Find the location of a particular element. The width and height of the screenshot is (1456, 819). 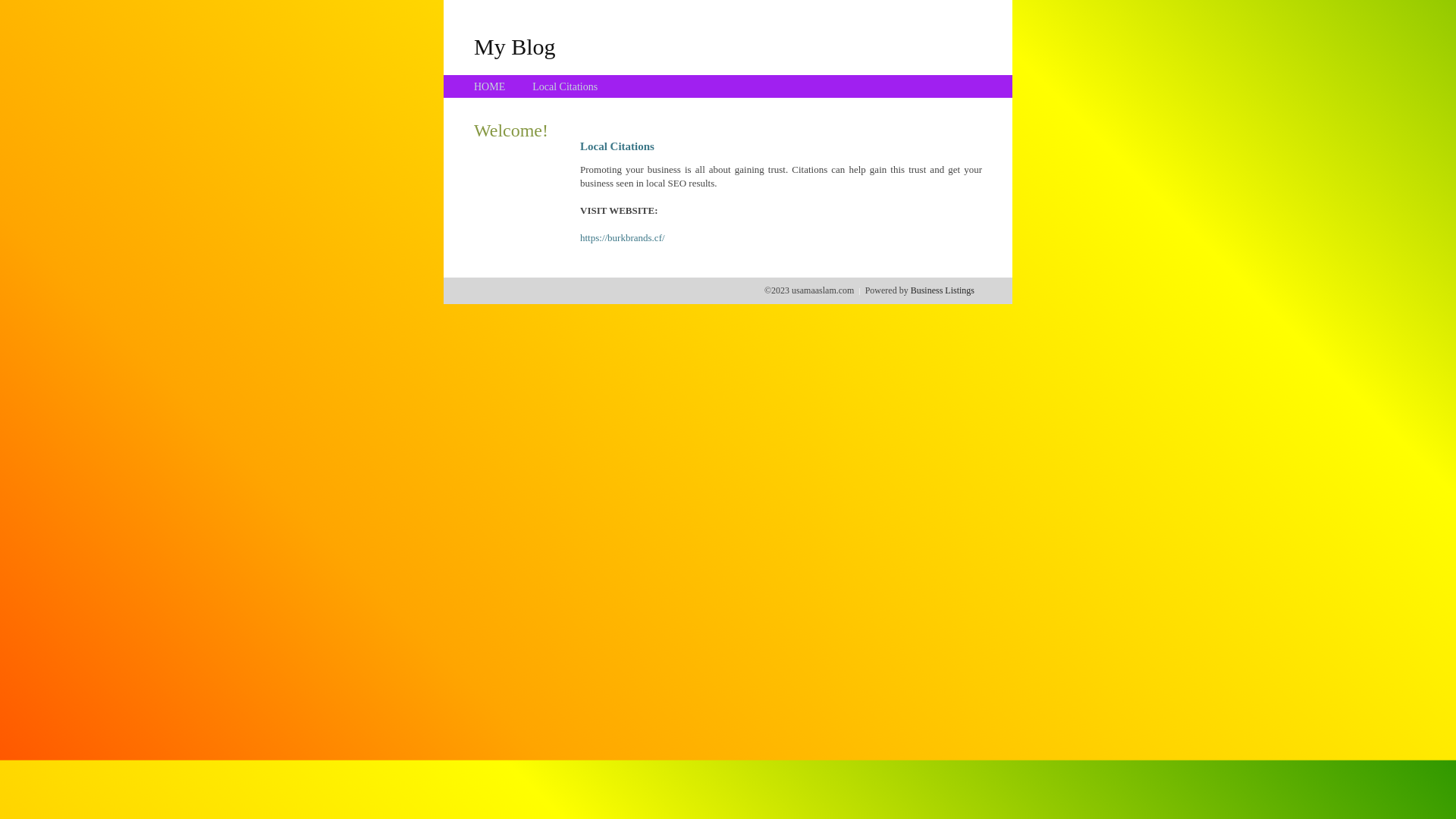

'HOME' is located at coordinates (489, 86).